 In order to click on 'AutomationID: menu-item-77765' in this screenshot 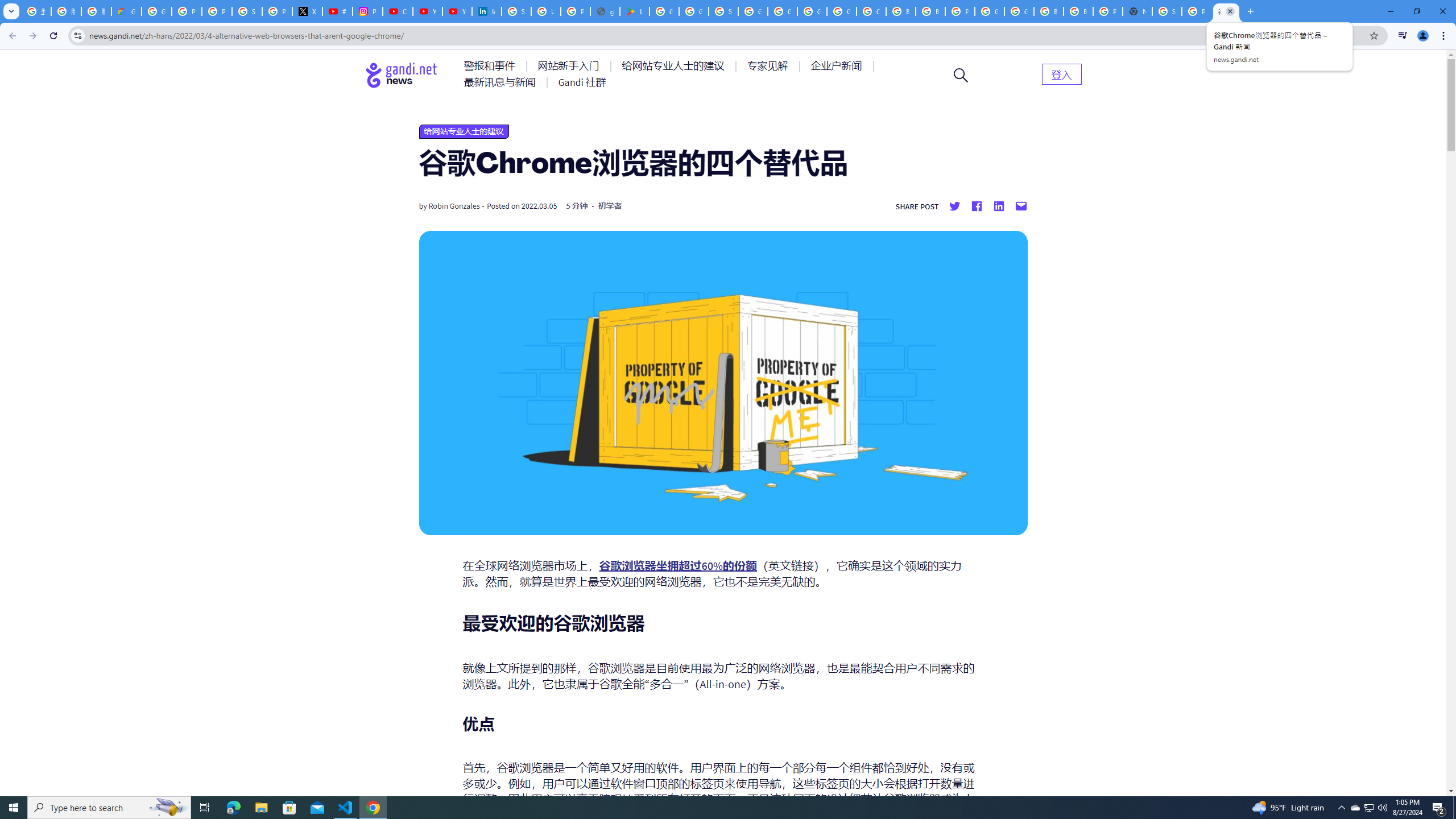, I will do `click(838, 65)`.